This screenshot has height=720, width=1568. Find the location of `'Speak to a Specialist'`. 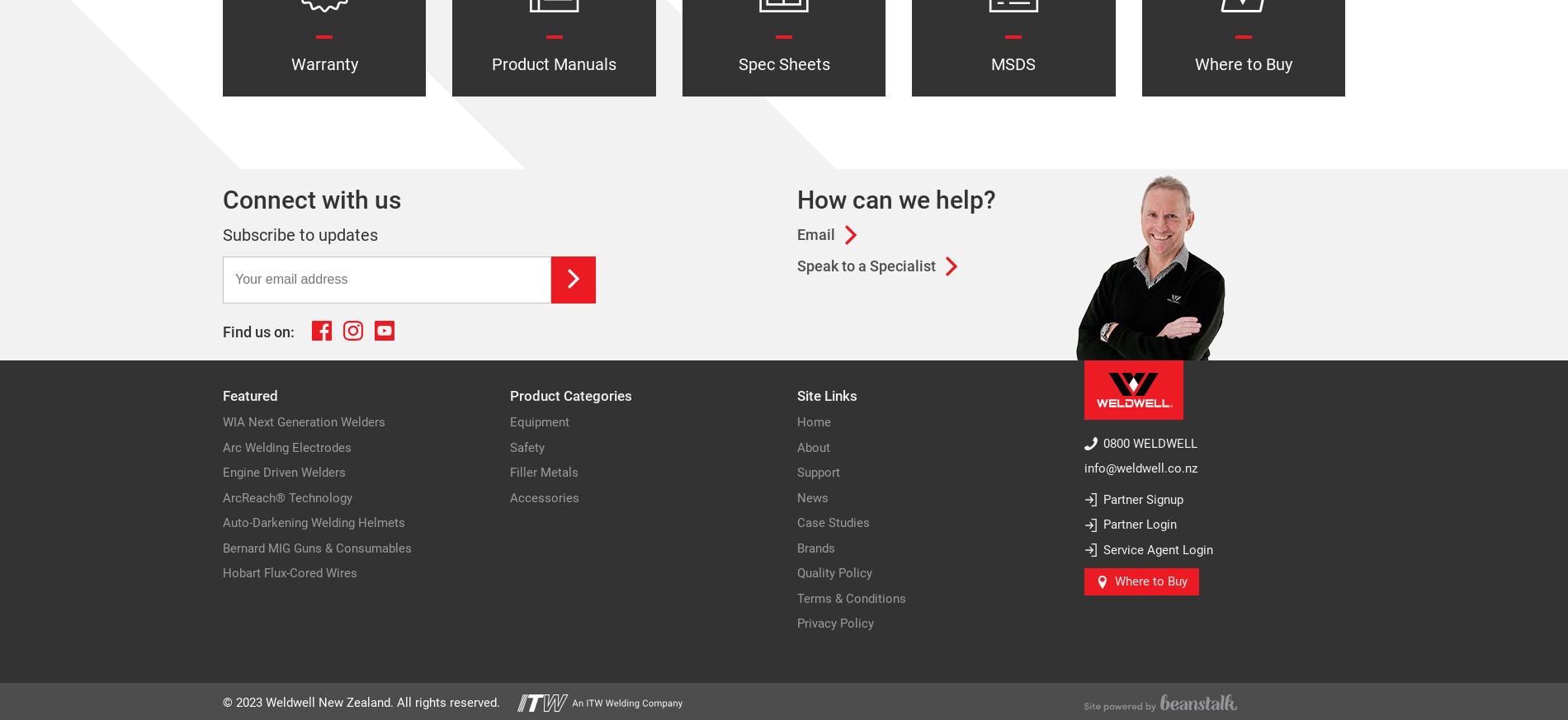

'Speak to a Specialist' is located at coordinates (866, 266).